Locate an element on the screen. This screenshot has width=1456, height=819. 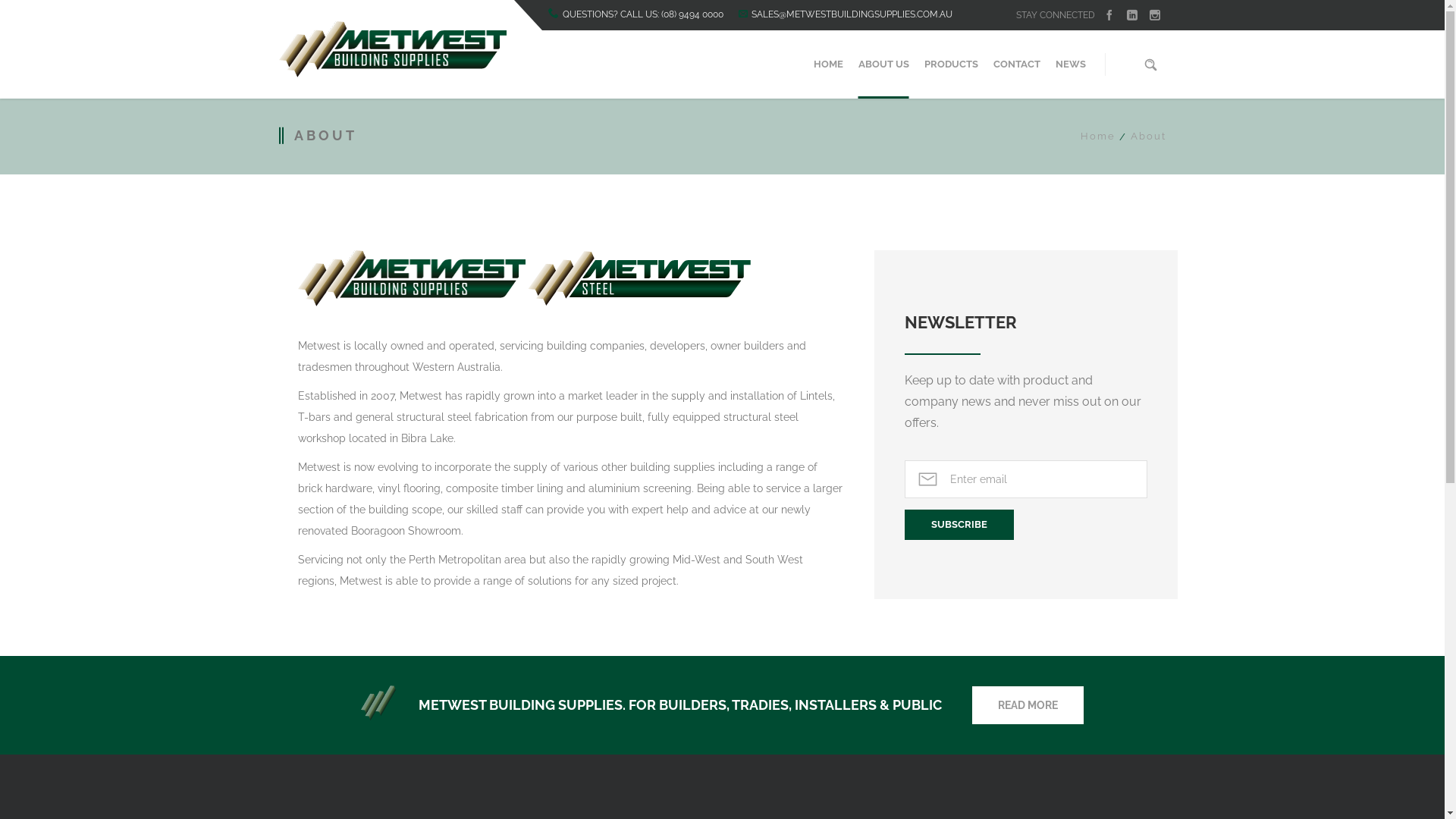
'facebook' is located at coordinates (1109, 14).